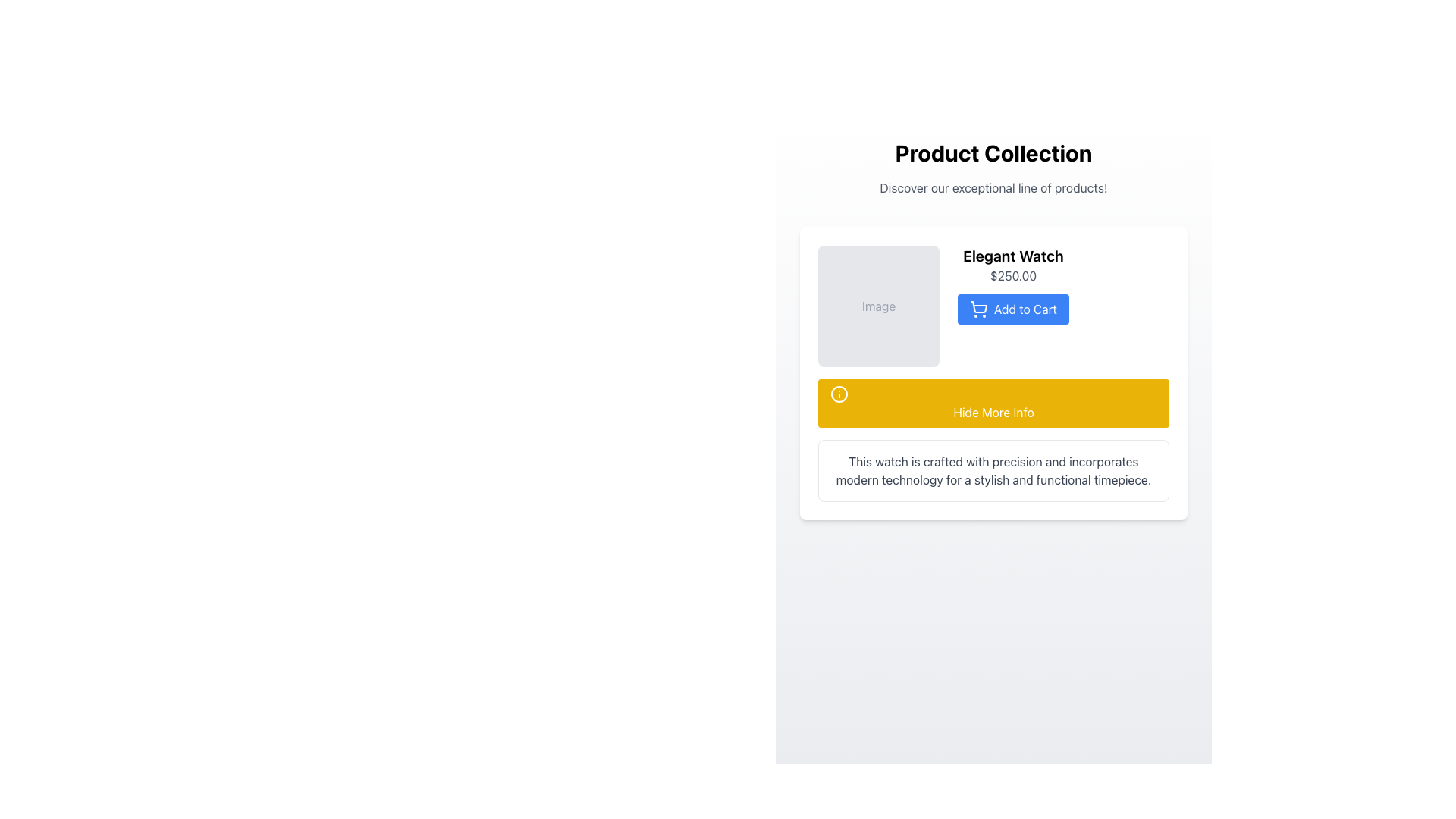 This screenshot has height=819, width=1456. I want to click on bold and large text element displaying 'Product Collection', which is prominently styled and centered at the top of the page, so click(993, 152).